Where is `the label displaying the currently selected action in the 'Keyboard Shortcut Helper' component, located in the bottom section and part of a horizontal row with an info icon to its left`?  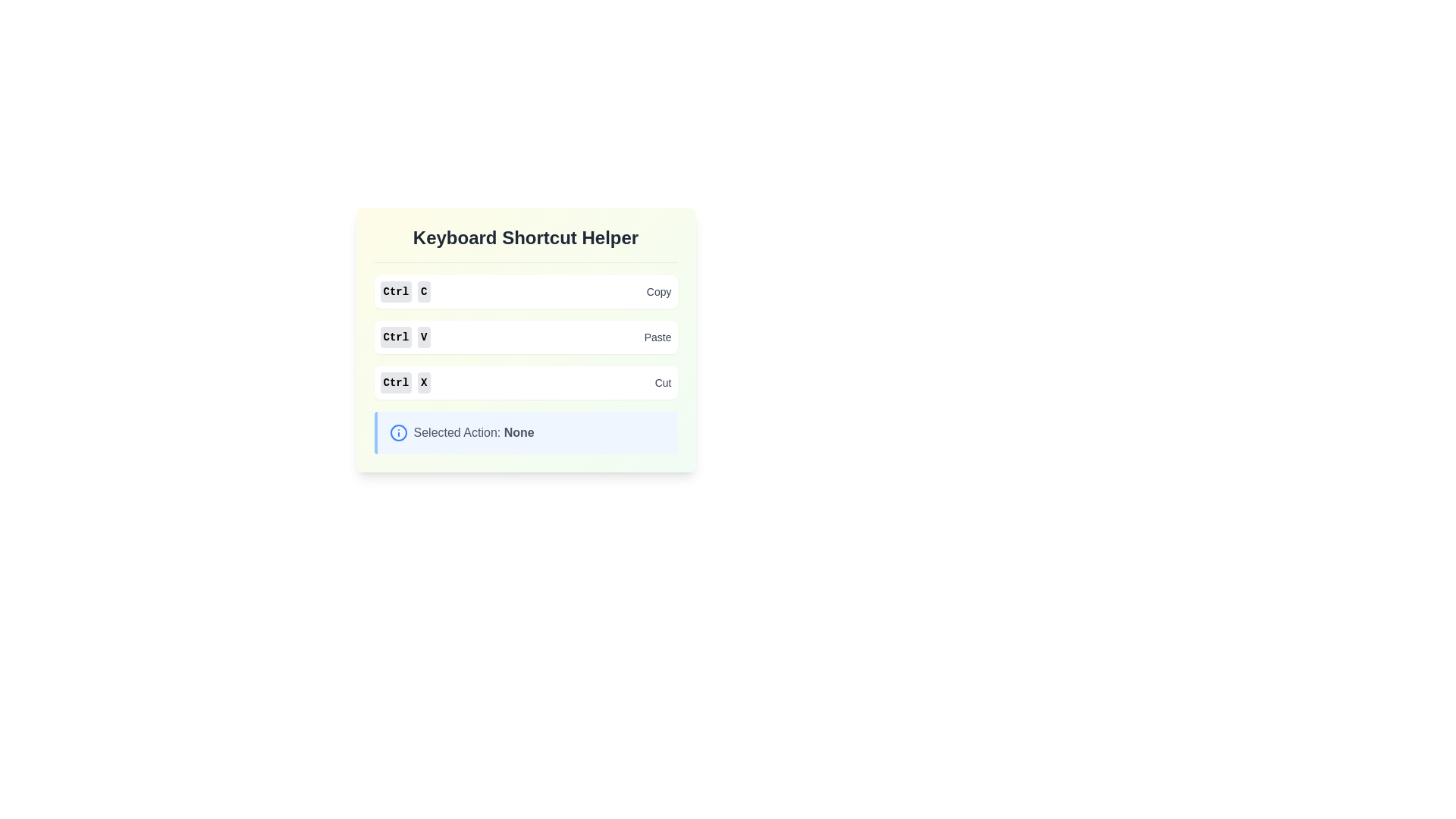 the label displaying the currently selected action in the 'Keyboard Shortcut Helper' component, located in the bottom section and part of a horizontal row with an info icon to its left is located at coordinates (473, 432).